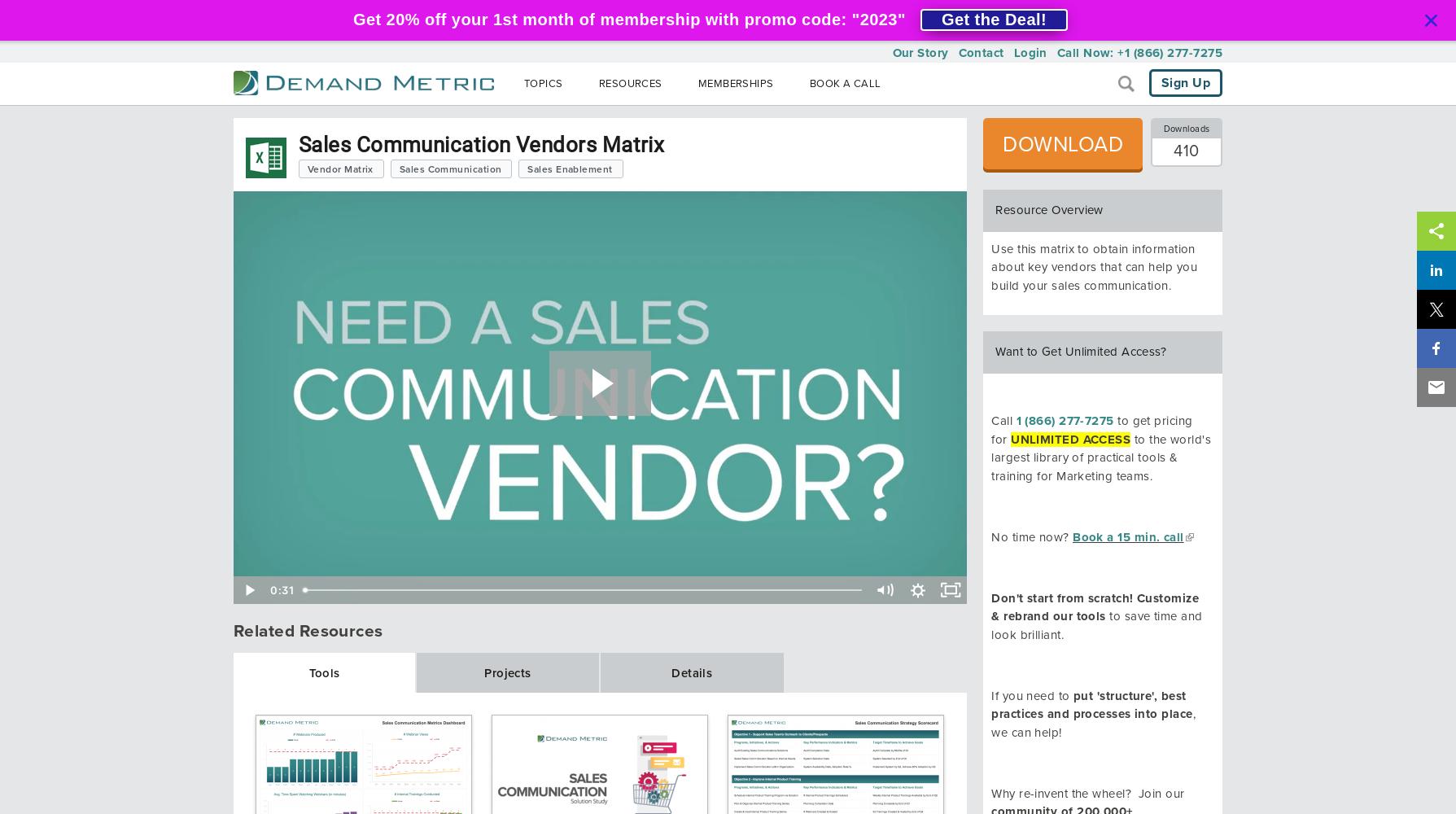 Image resolution: width=1456 pixels, height=814 pixels. Describe the element at coordinates (990, 694) in the screenshot. I see `'If you need to'` at that location.